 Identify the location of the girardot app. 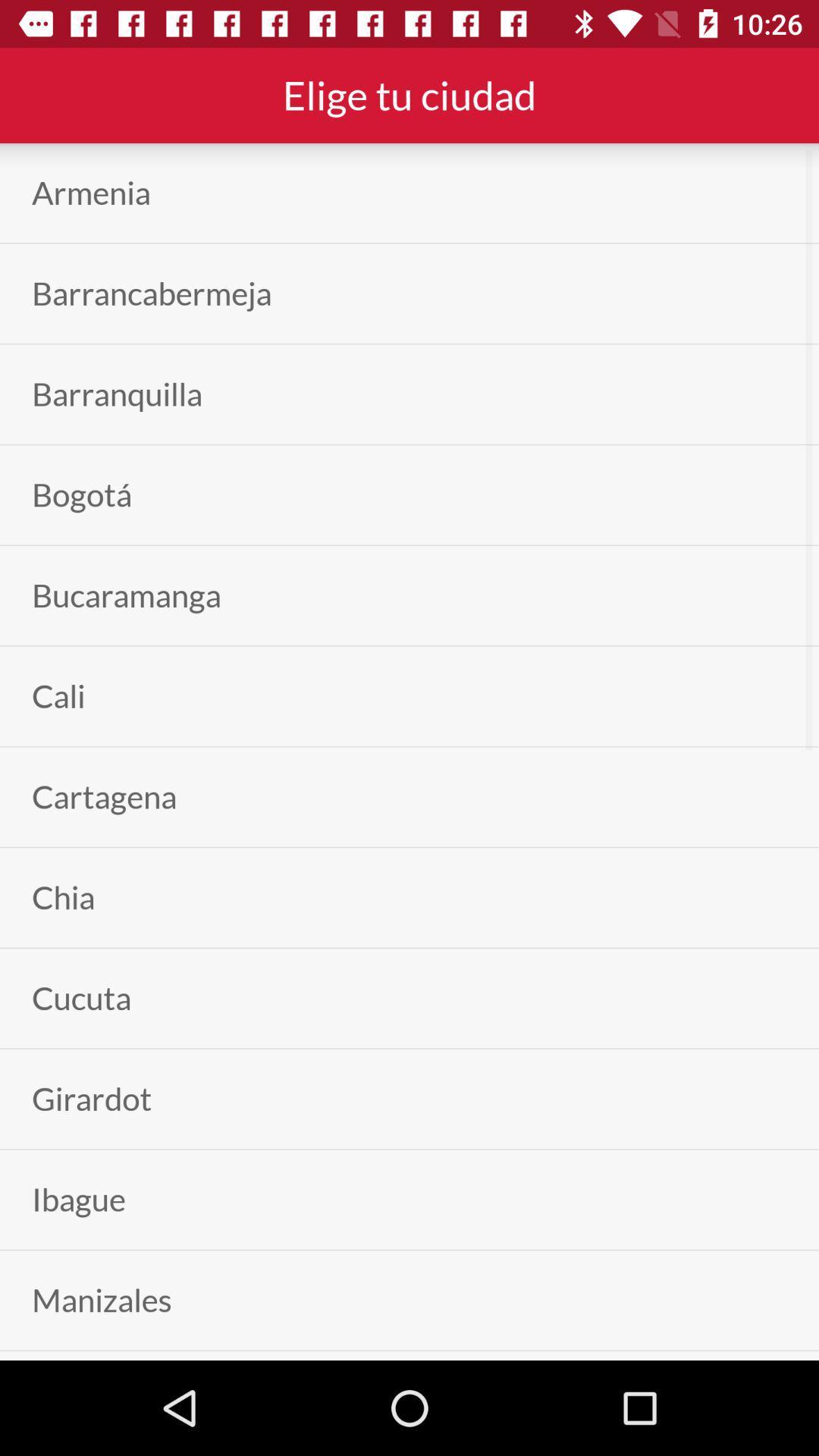
(92, 1099).